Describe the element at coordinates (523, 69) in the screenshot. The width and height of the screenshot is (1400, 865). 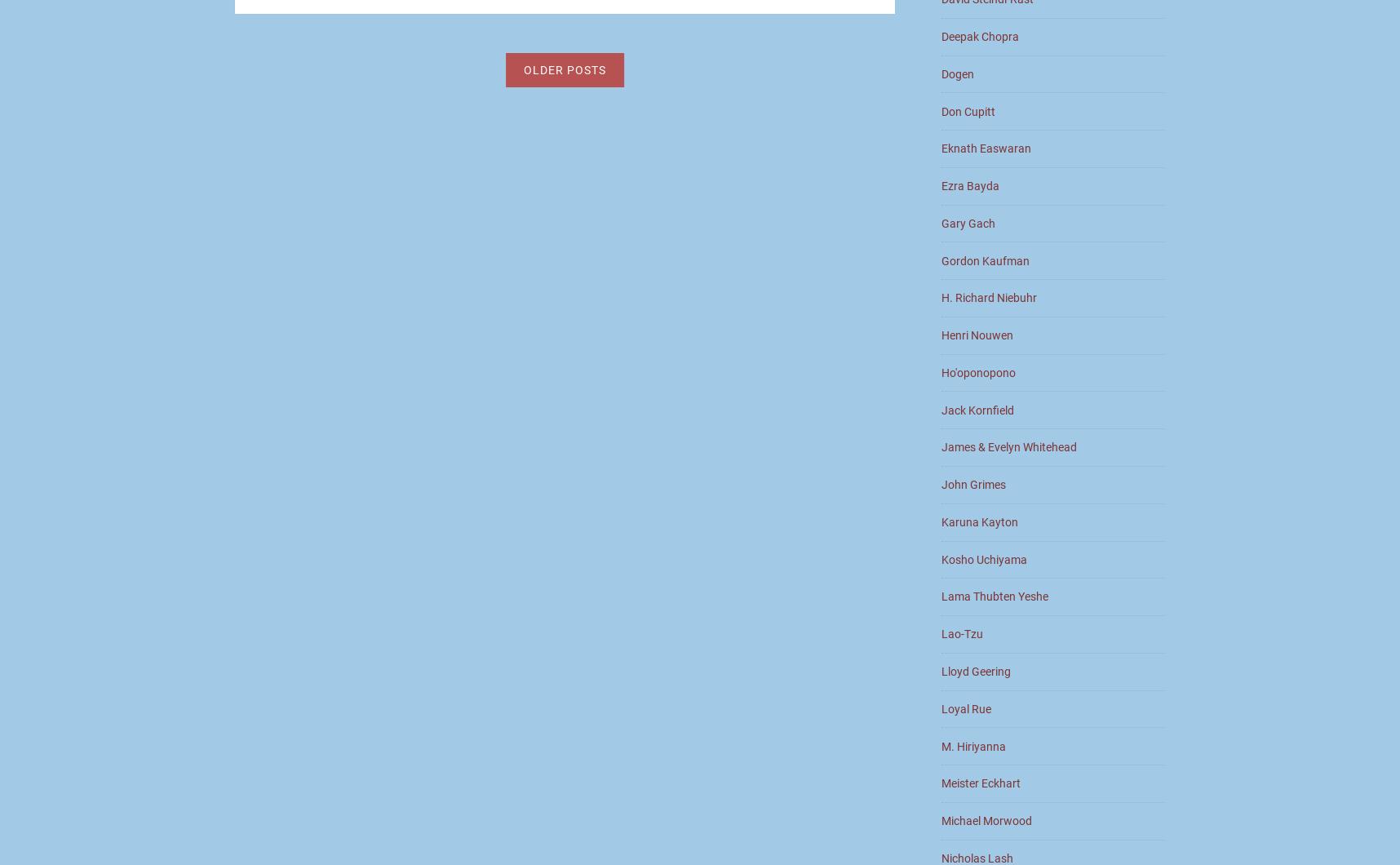
I see `'Older posts'` at that location.